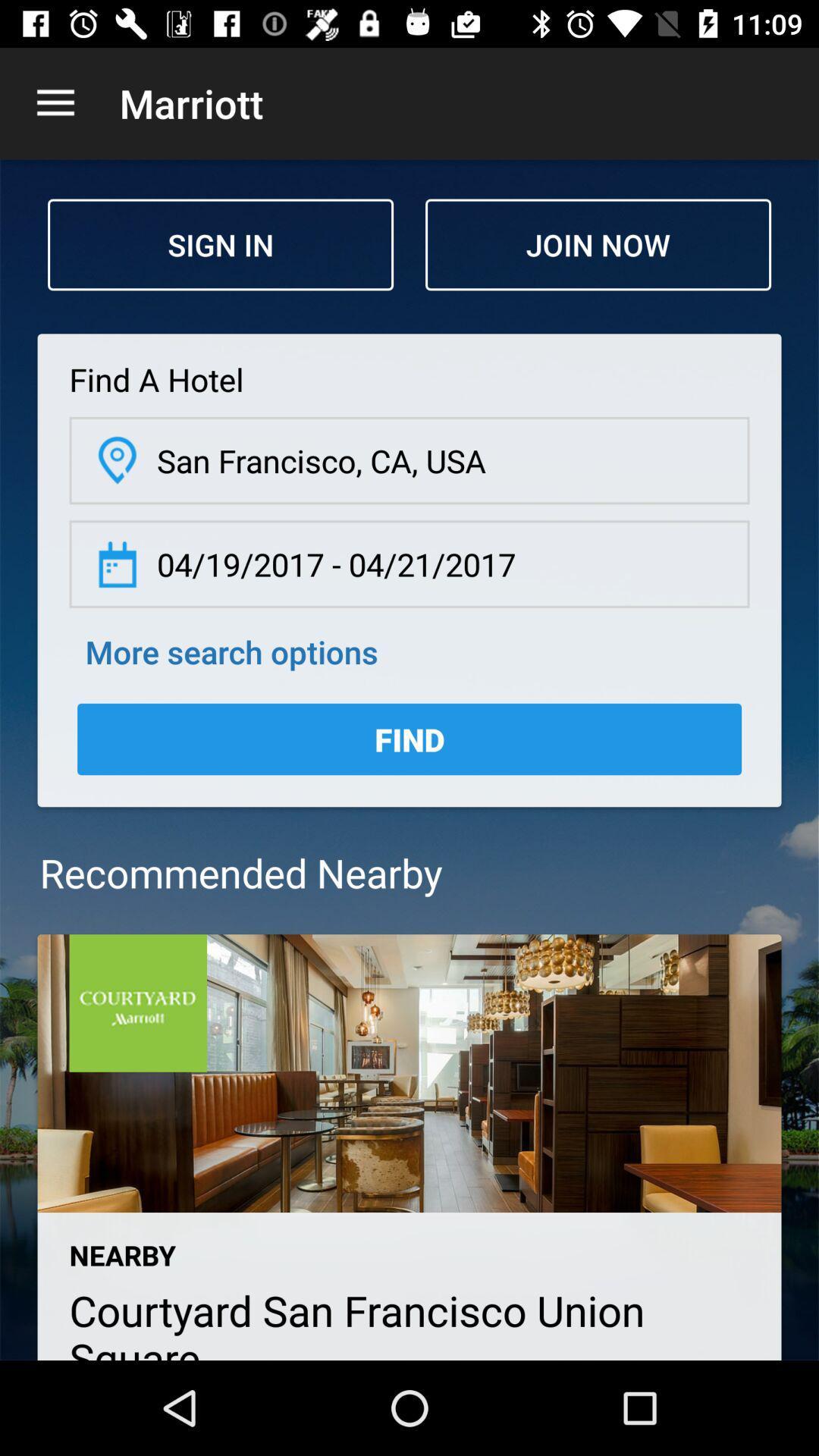 This screenshot has height=1456, width=819. Describe the element at coordinates (220, 244) in the screenshot. I see `sign in item` at that location.